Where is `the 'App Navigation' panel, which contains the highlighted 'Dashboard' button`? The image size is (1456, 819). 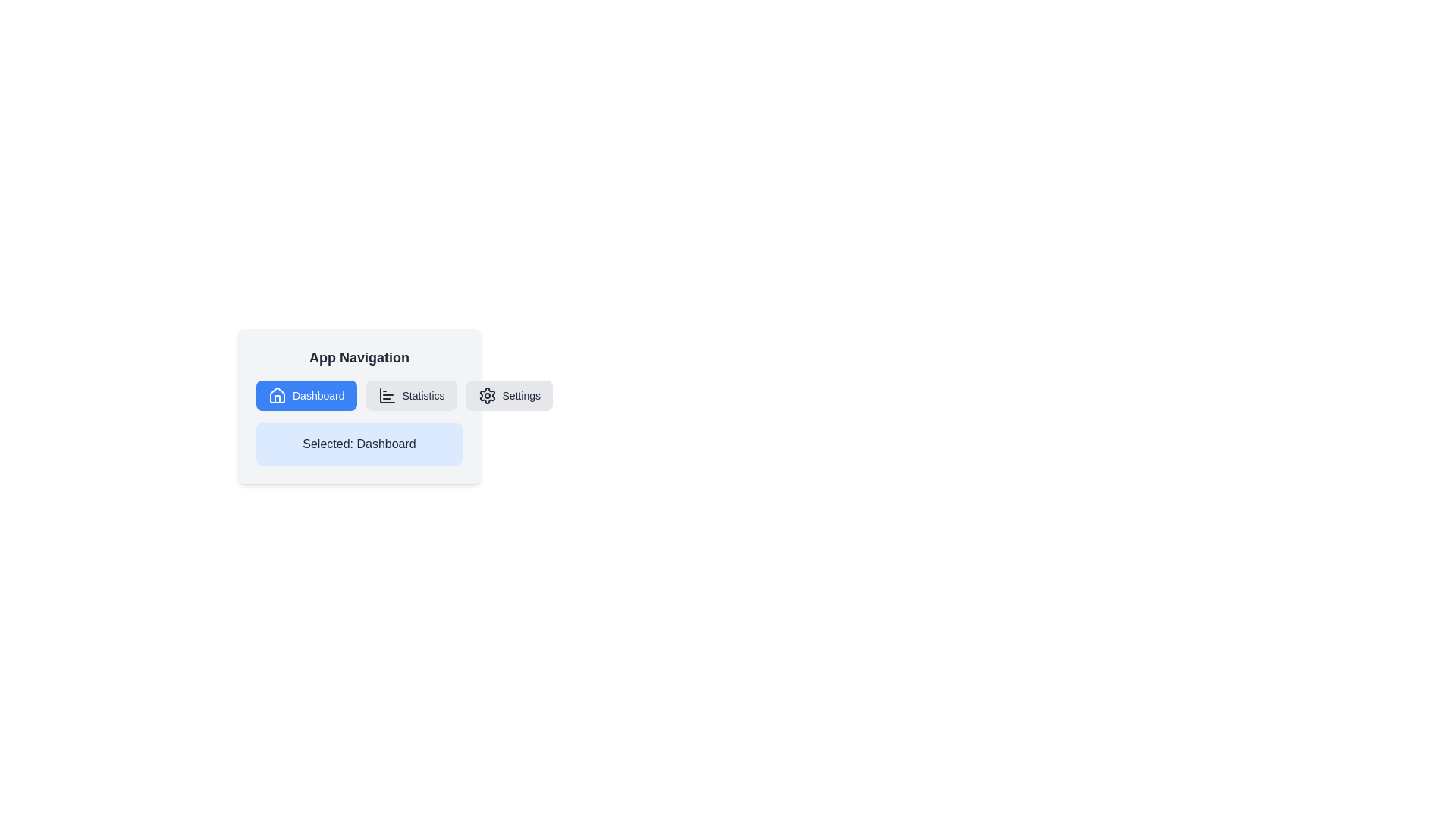 the 'App Navigation' panel, which contains the highlighted 'Dashboard' button is located at coordinates (359, 406).